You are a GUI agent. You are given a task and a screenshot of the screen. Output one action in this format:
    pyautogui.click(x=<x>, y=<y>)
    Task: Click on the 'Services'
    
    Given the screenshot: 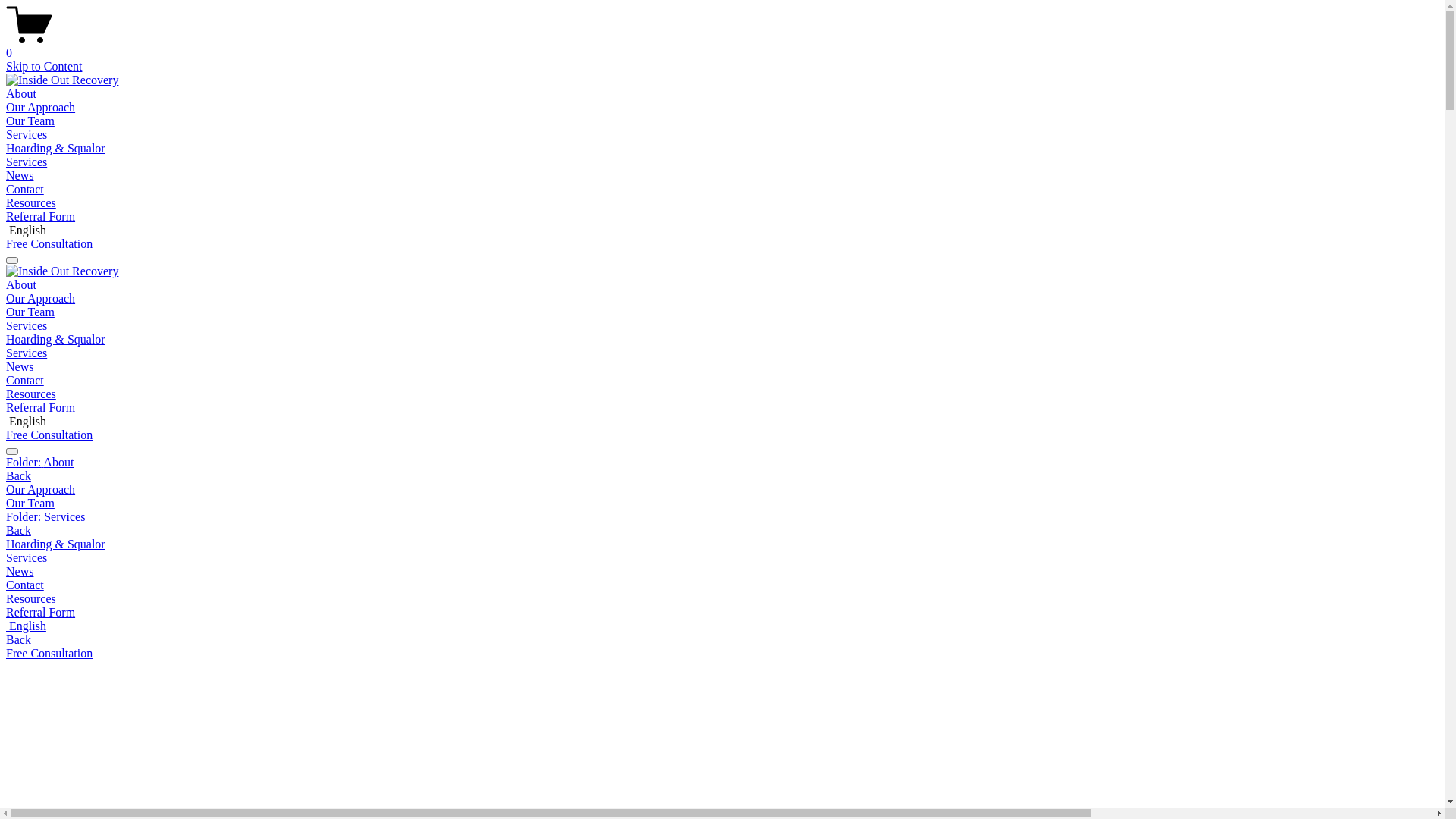 What is the action you would take?
    pyautogui.click(x=26, y=133)
    